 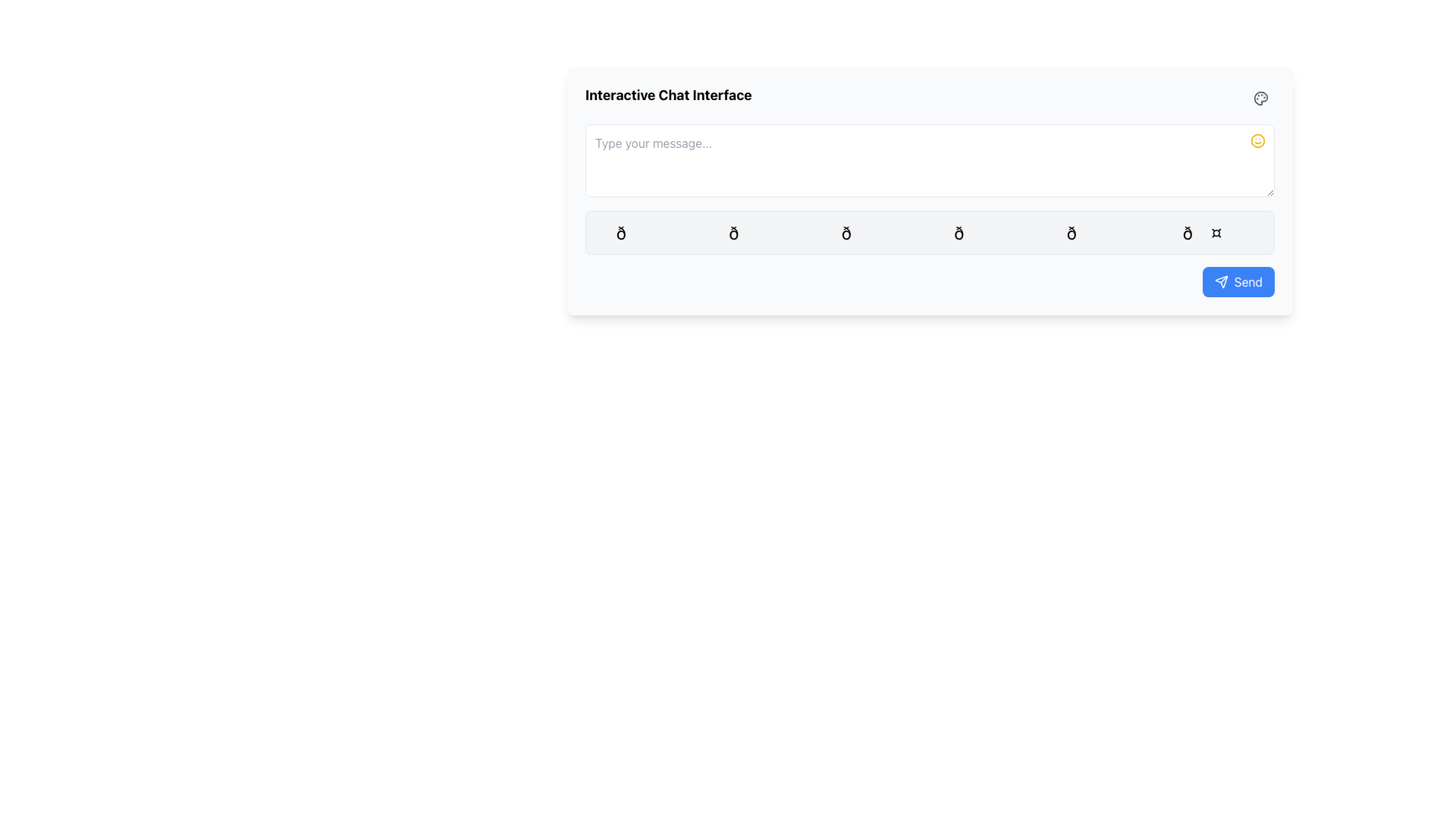 What do you see at coordinates (1221, 281) in the screenshot?
I see `the 'Send' button which contains a paper plane icon, located at the bottom-right corner of the interface` at bounding box center [1221, 281].